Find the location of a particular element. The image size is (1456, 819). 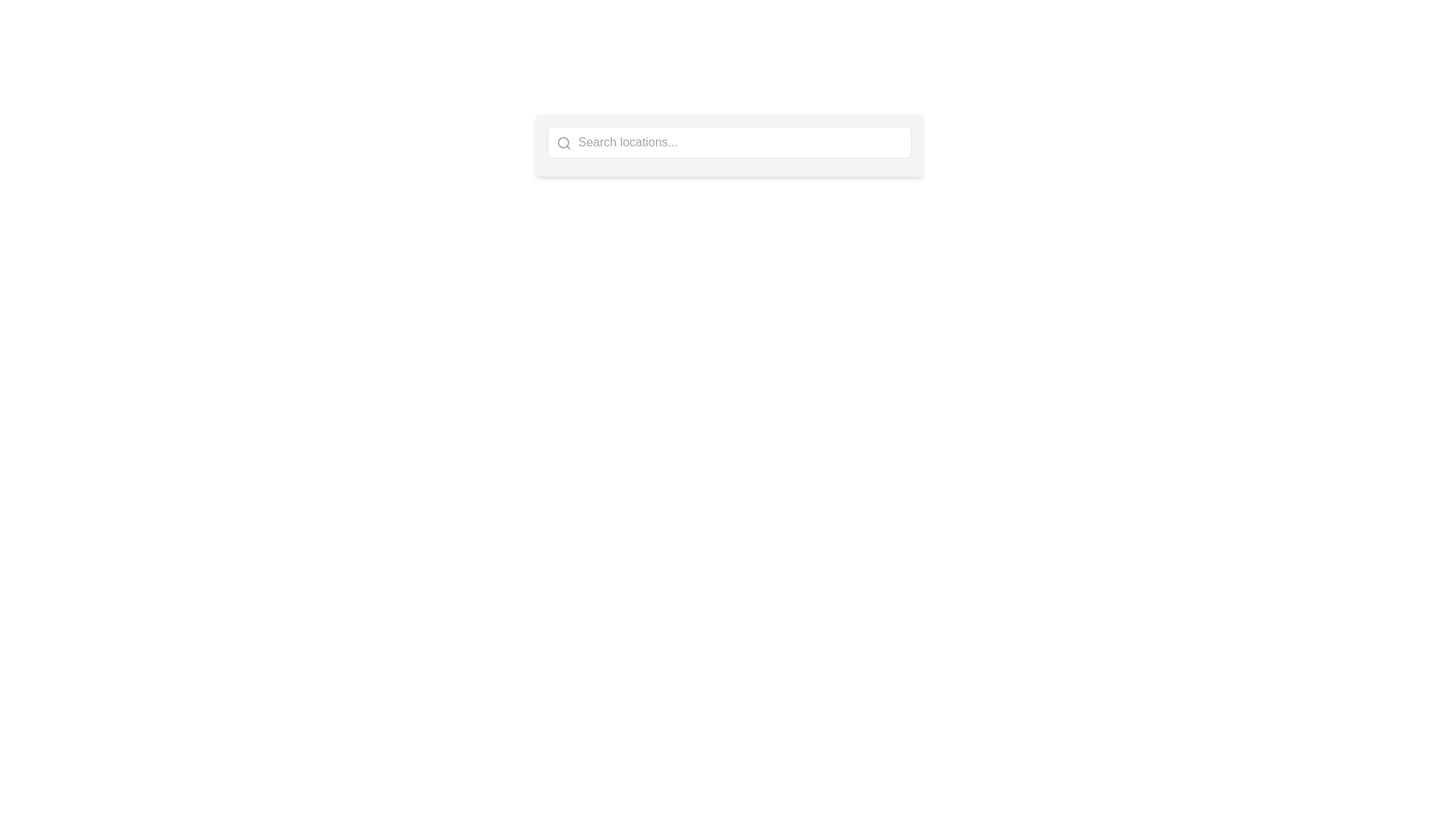

the circular graphical component of the search icon located within the left margin area of the search input field is located at coordinates (562, 143).